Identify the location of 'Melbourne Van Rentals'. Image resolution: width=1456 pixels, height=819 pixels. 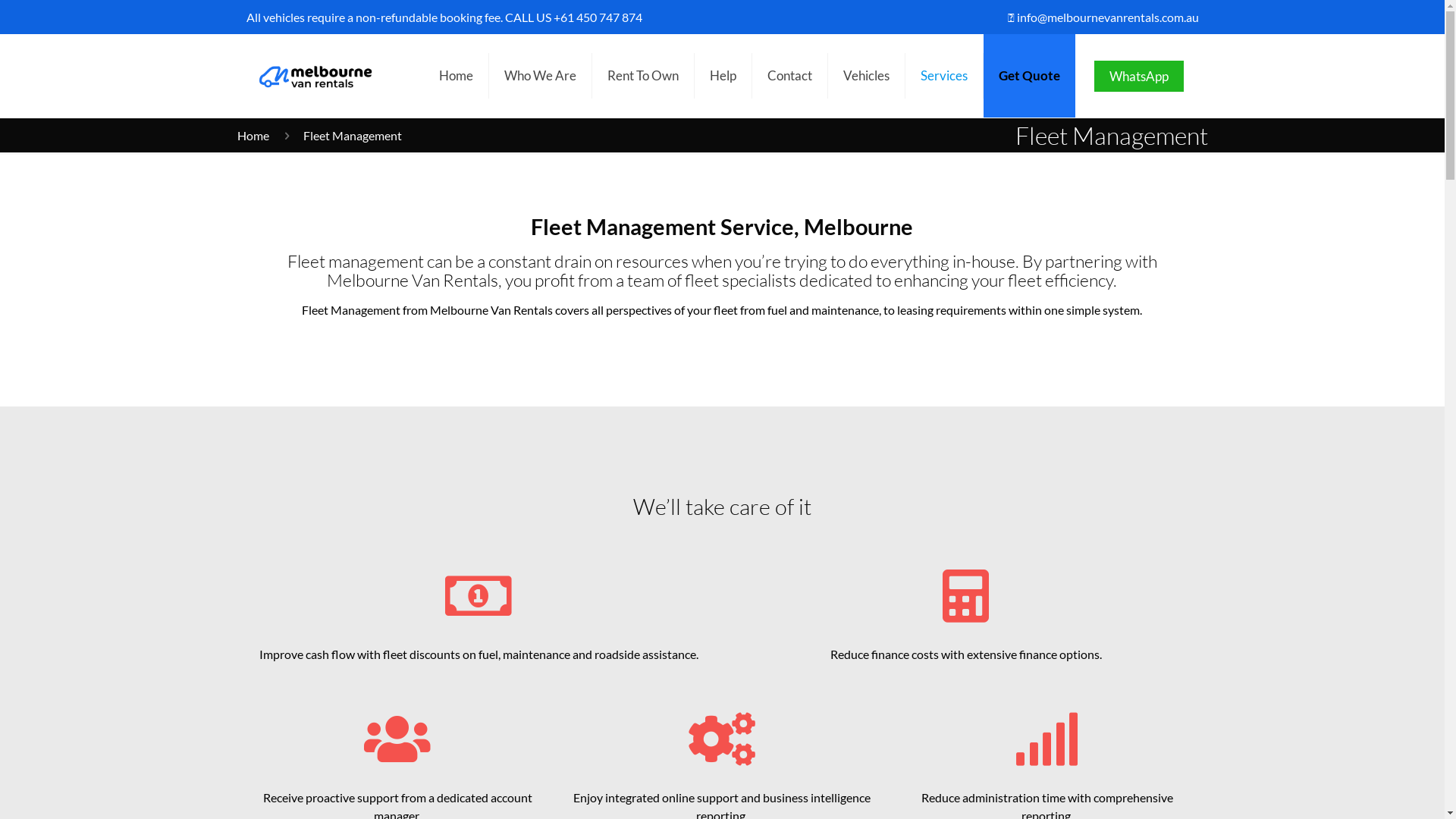
(312, 76).